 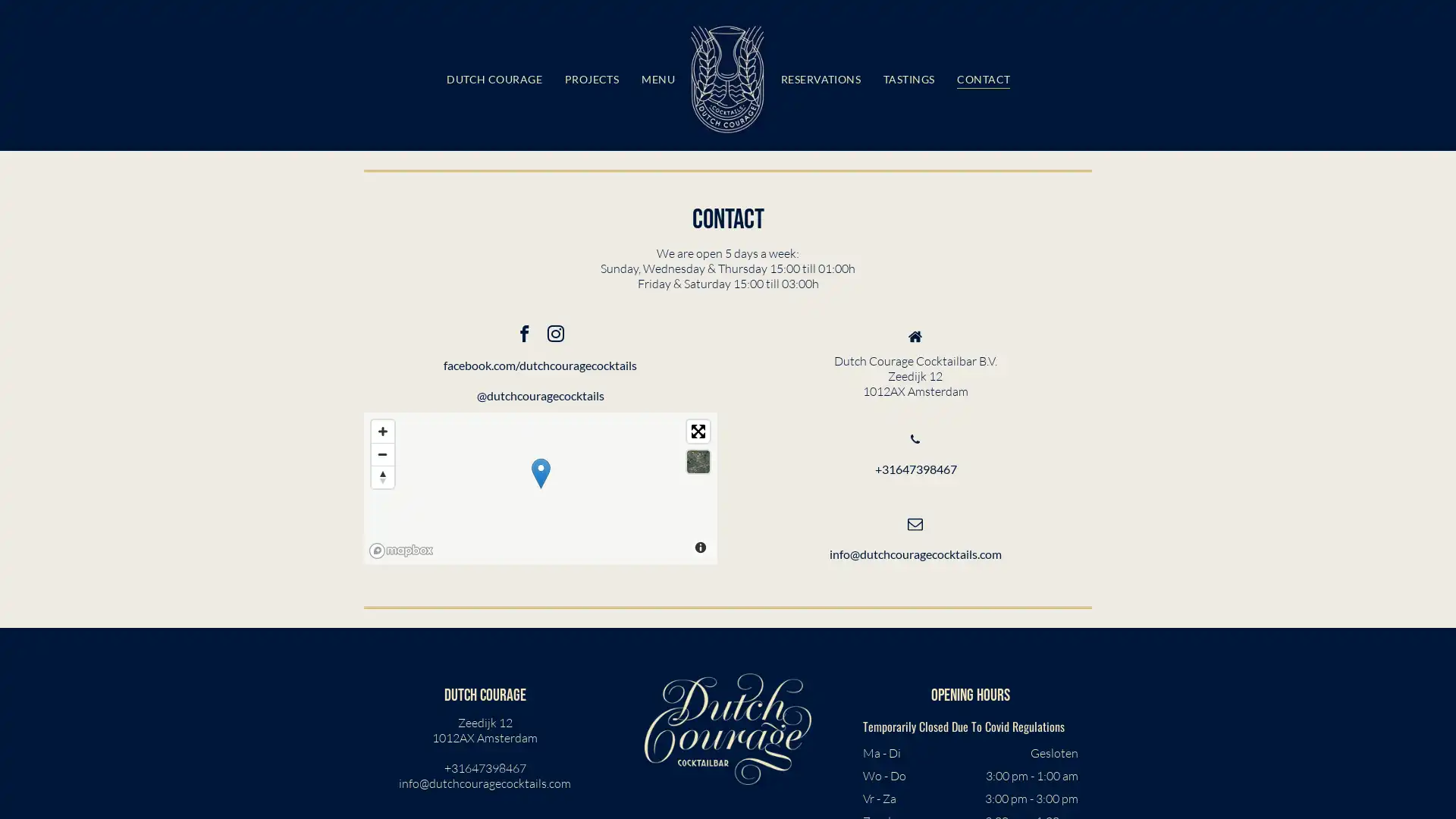 I want to click on Zoom out, so click(x=382, y=452).